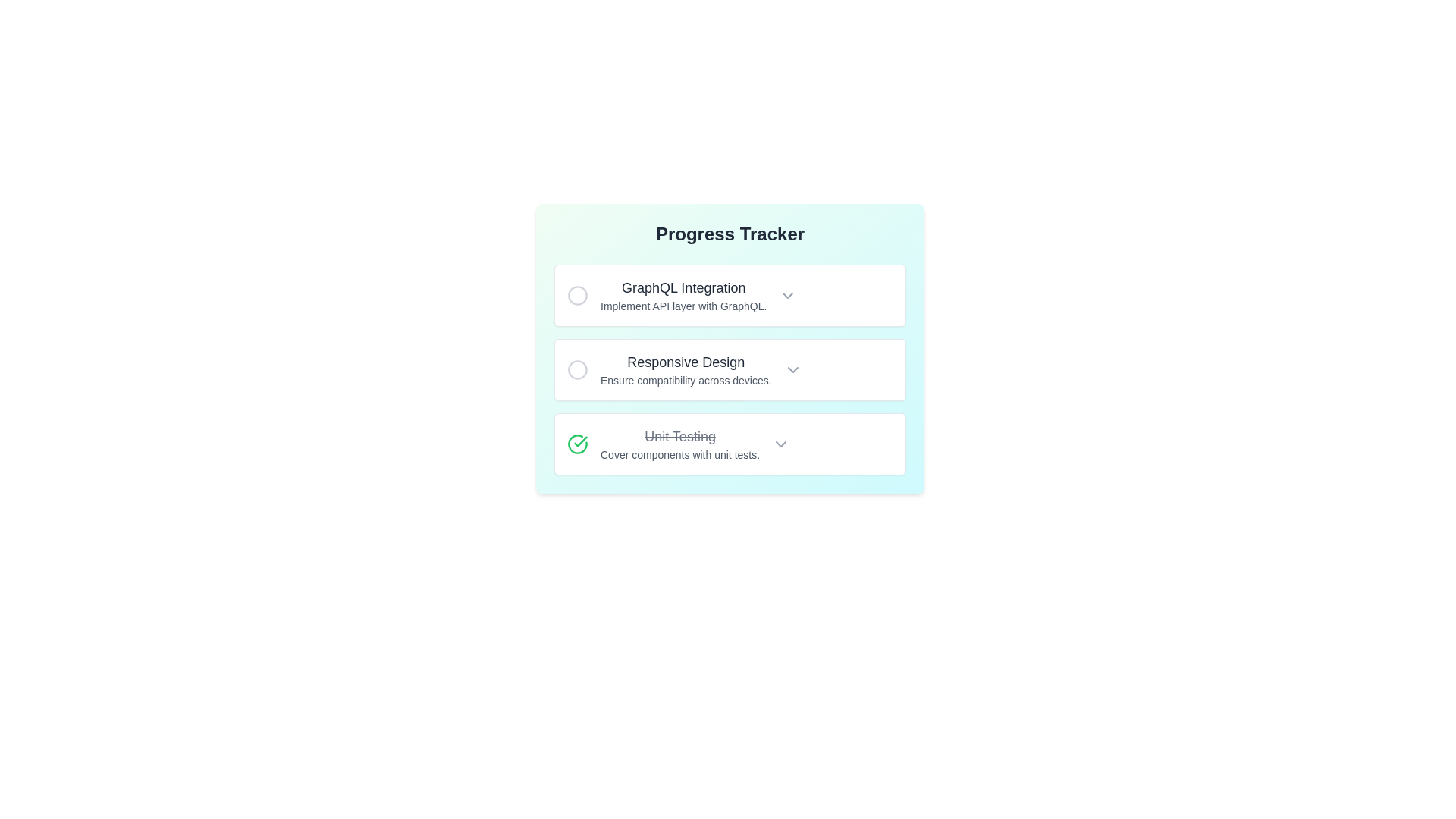  Describe the element at coordinates (577, 444) in the screenshot. I see `the green checkmark icon enclosed within a circle, which is located to the left of the strikethrough text 'Unit Testing' in the Progress Tracker` at that location.